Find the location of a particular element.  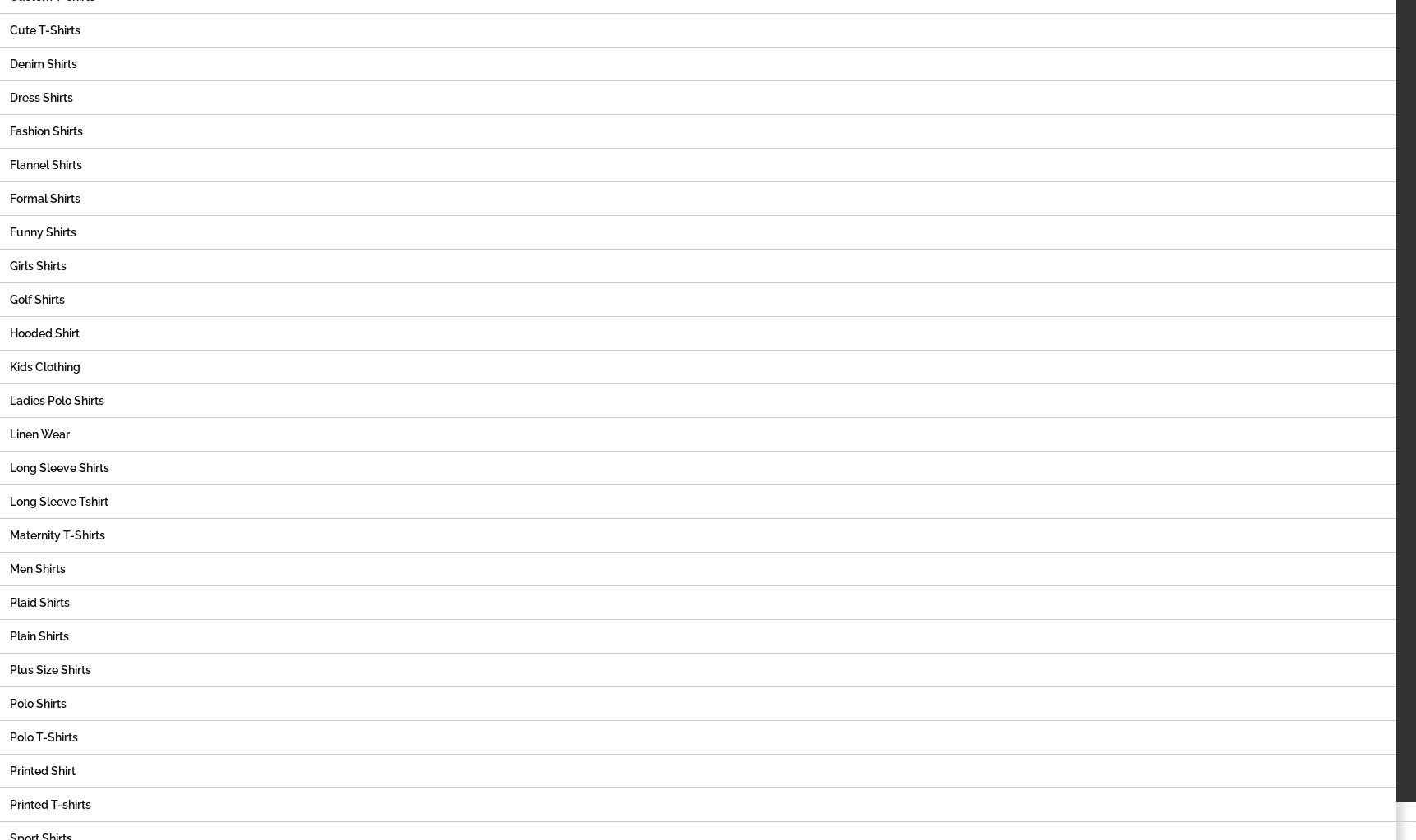

'Maternity T-Shirts' is located at coordinates (57, 535).